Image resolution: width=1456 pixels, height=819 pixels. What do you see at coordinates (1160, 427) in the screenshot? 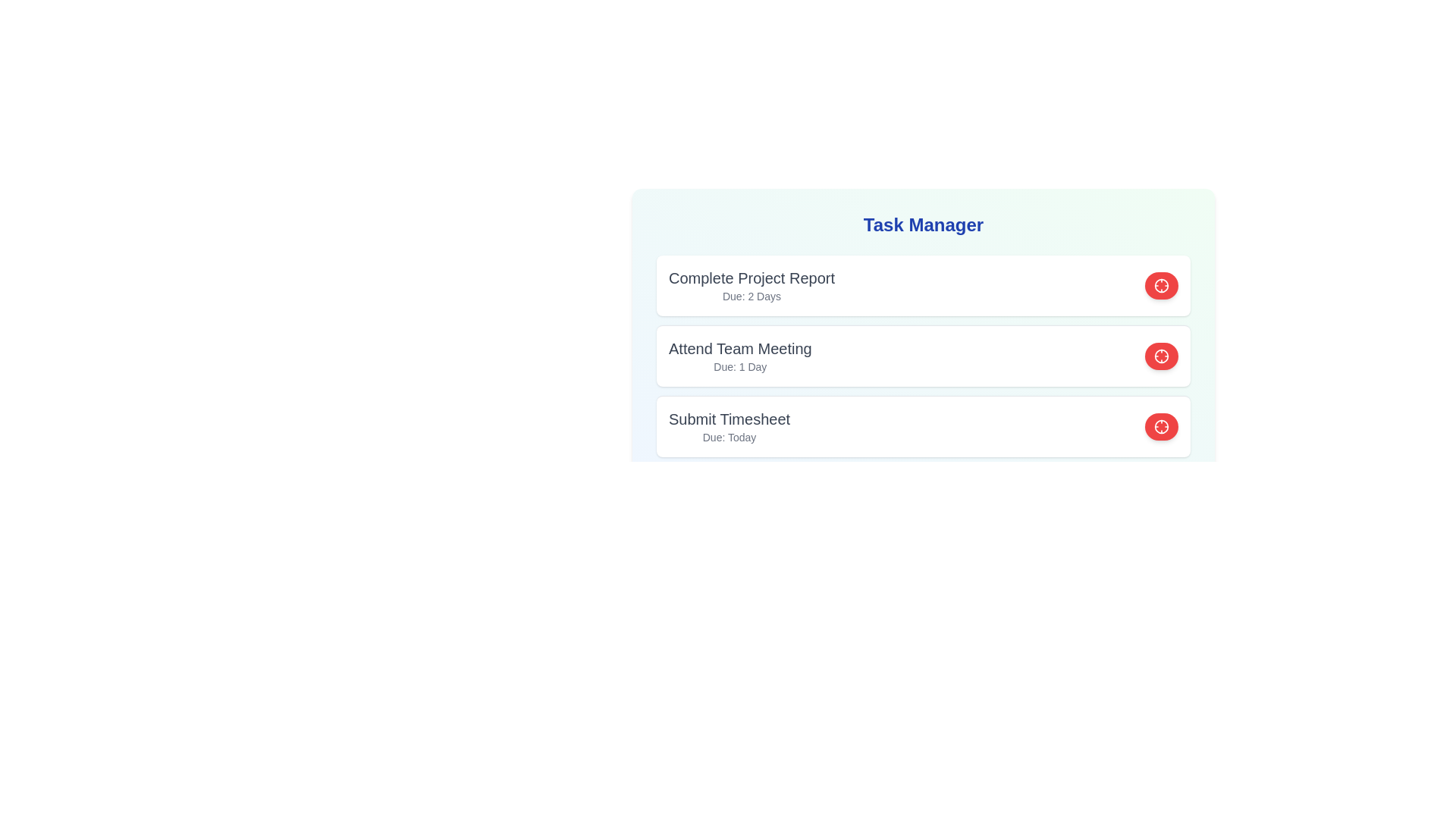
I see `the interactive button located at the top-right corner of the 'Submit Timesheet' task item in the 'Task Manager' interface` at bounding box center [1160, 427].